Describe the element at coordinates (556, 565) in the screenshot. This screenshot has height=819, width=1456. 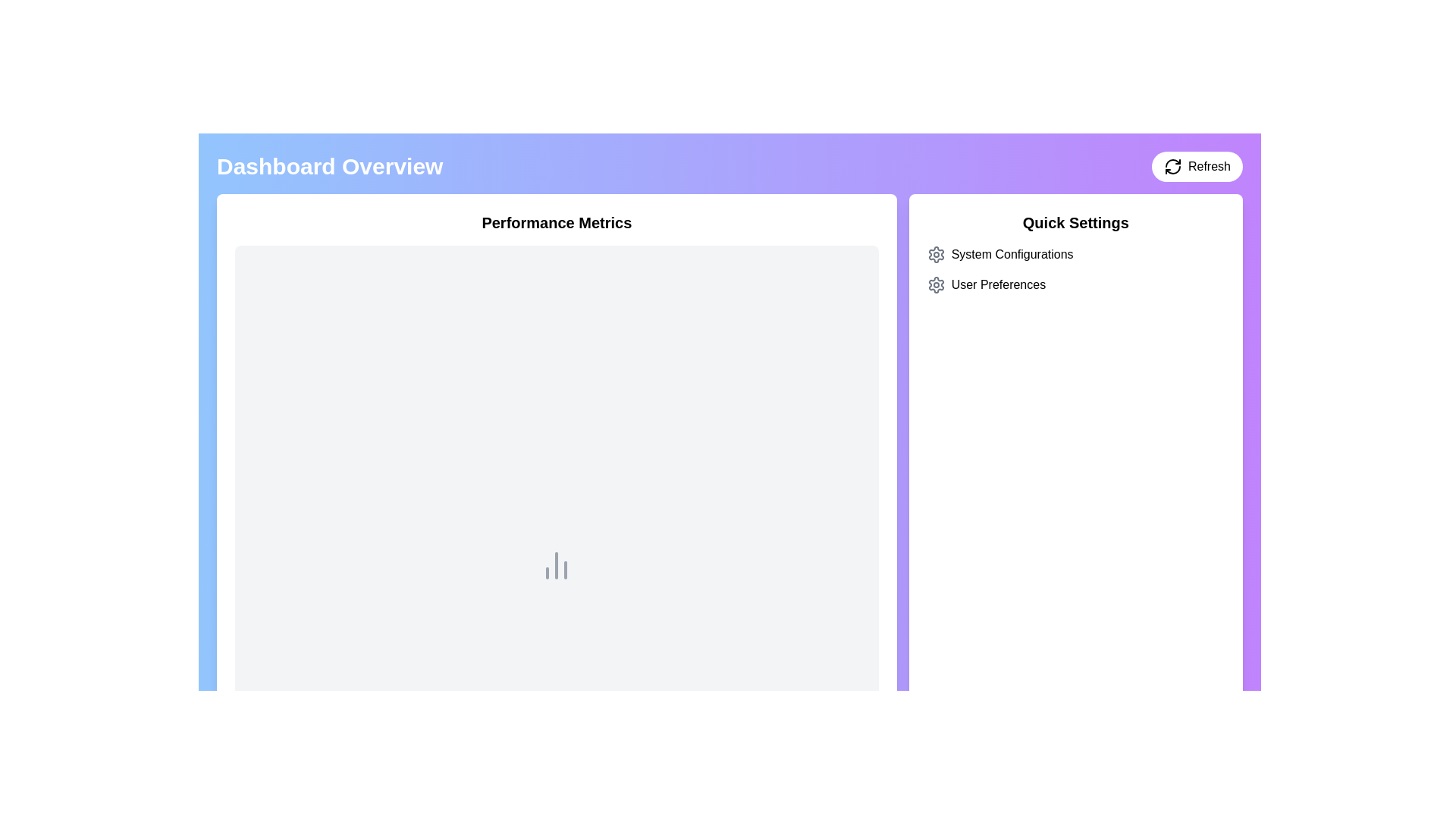
I see `the icon representing a bar chart located in the 'Performance Metrics' section of the interface` at that location.